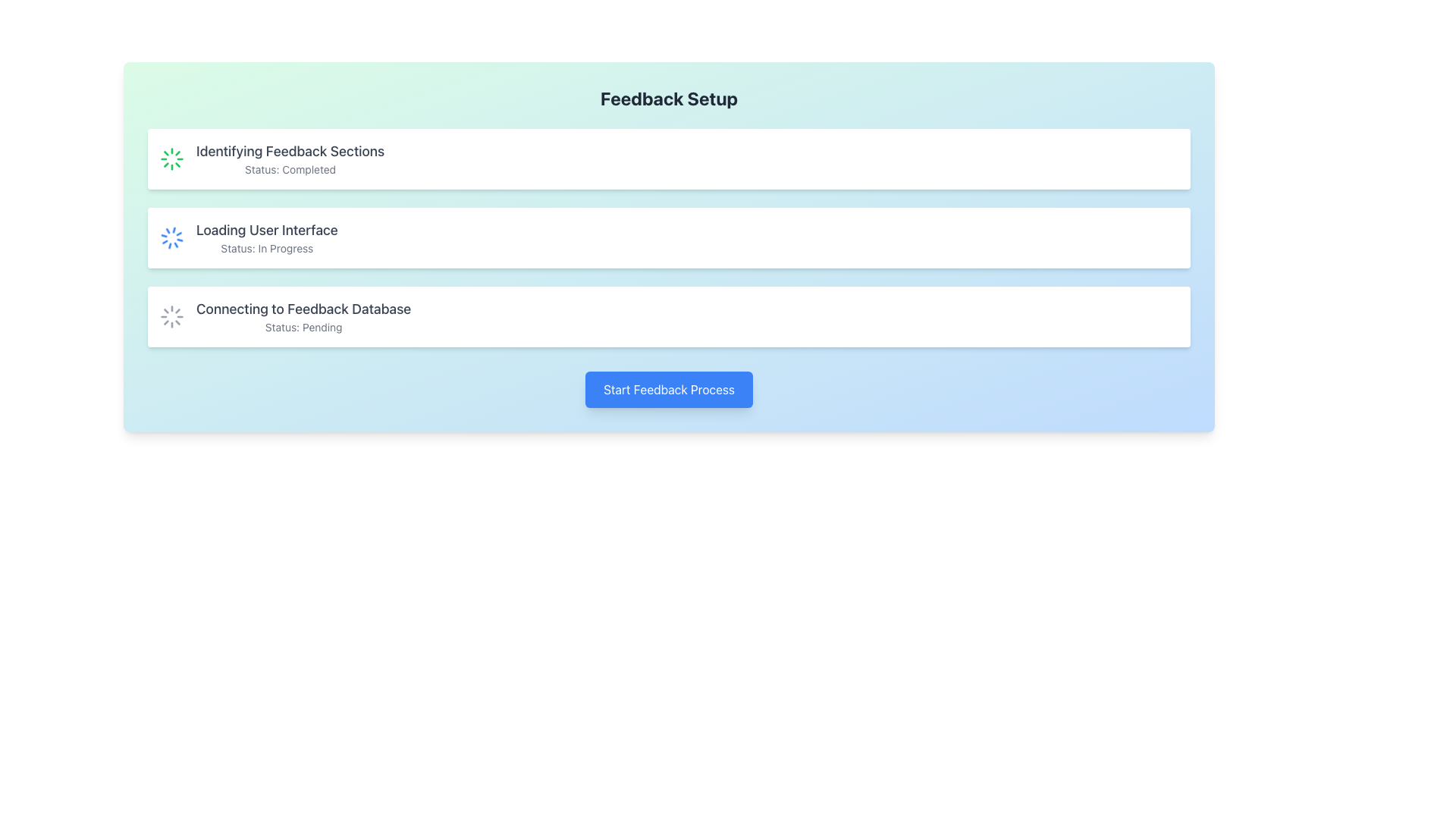 The height and width of the screenshot is (819, 1456). Describe the element at coordinates (290, 152) in the screenshot. I see `the text element displaying 'Identifying Feedback Sections', which is styled with a large font size and medium weight in gray color, positioned at the top of the feedback tasks list` at that location.